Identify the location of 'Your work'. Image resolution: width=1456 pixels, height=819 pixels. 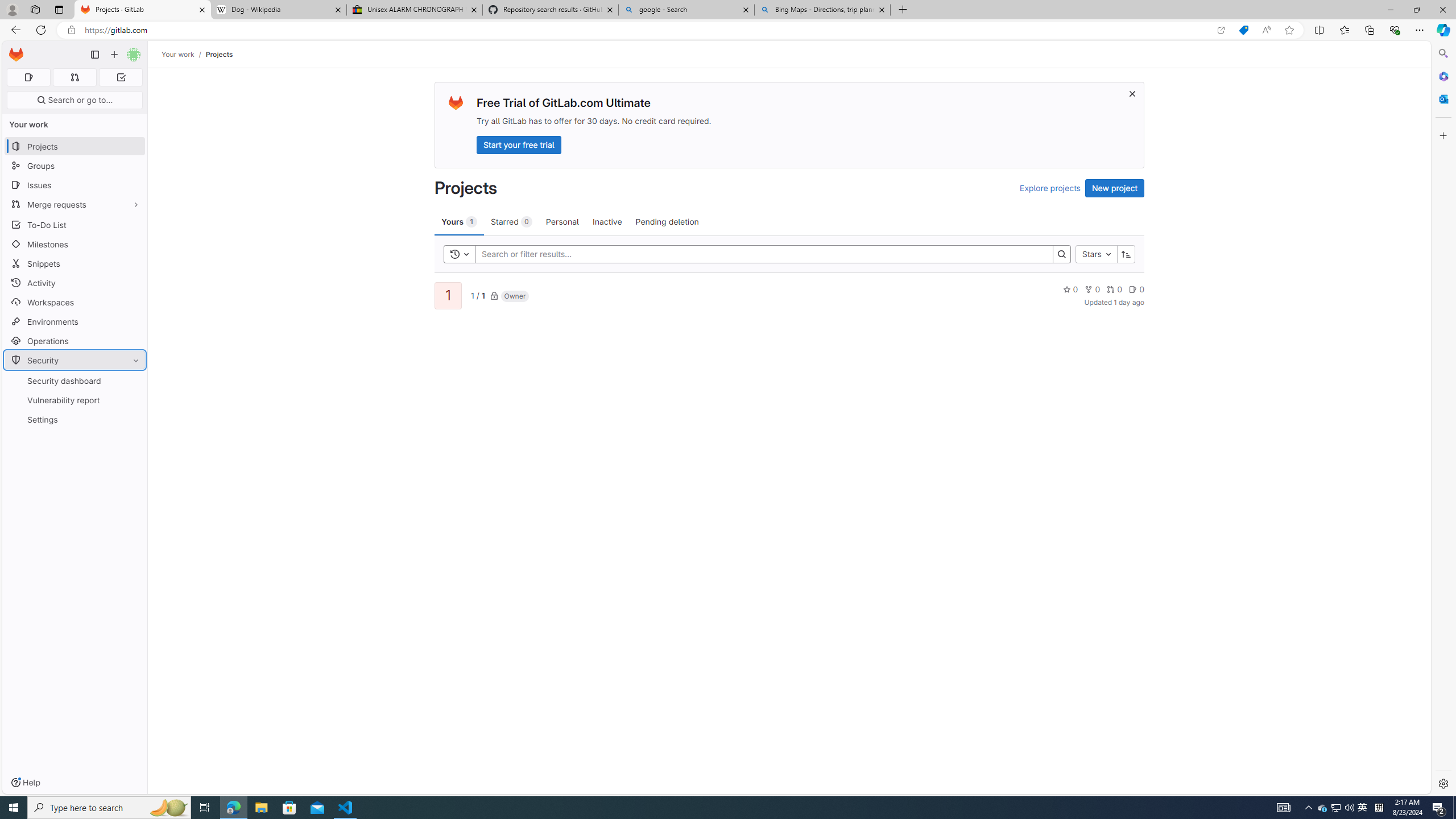
(178, 54).